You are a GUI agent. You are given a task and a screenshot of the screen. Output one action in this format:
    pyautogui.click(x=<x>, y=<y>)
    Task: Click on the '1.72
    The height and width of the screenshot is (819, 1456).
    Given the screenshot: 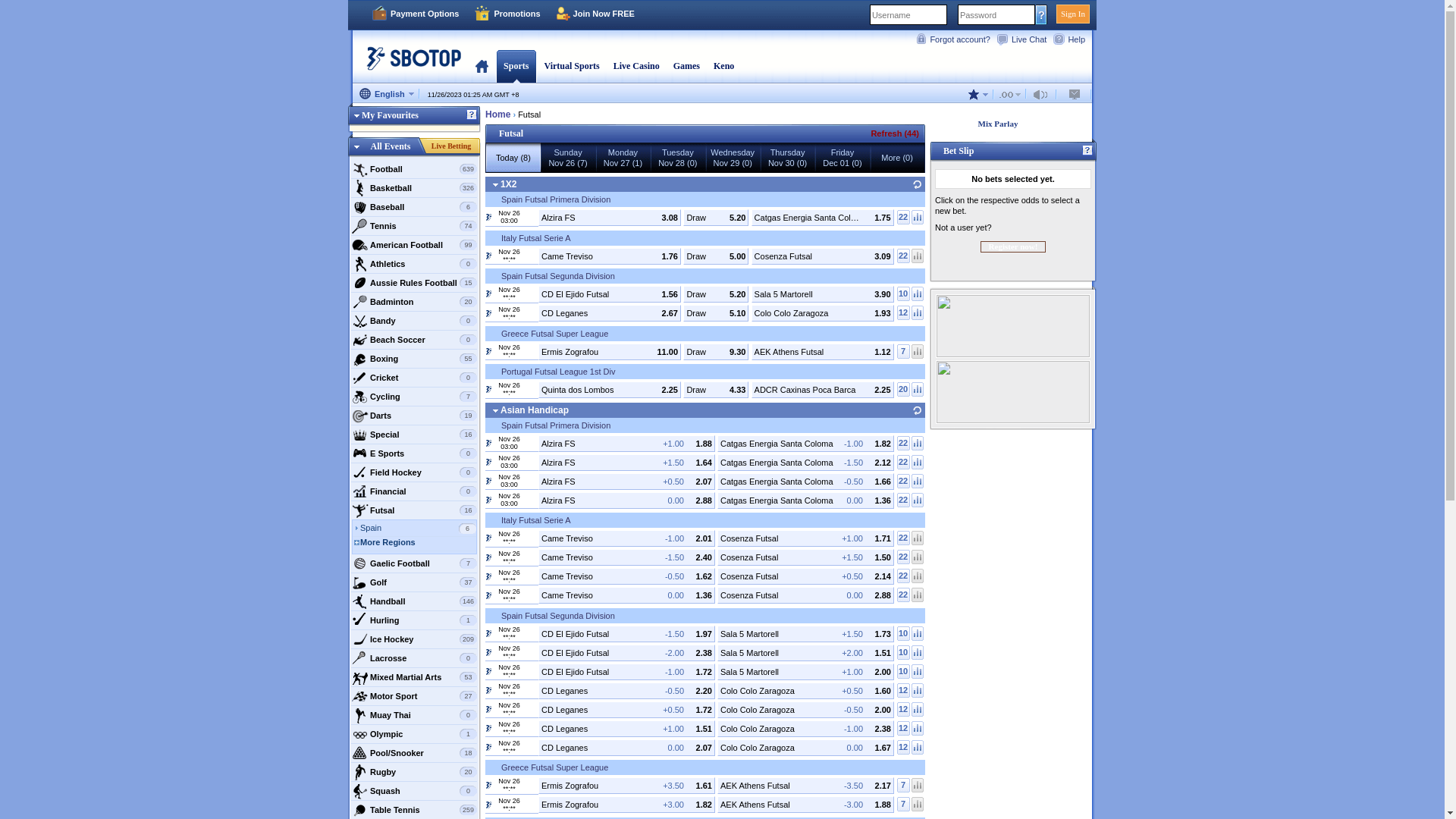 What is the action you would take?
    pyautogui.click(x=626, y=670)
    